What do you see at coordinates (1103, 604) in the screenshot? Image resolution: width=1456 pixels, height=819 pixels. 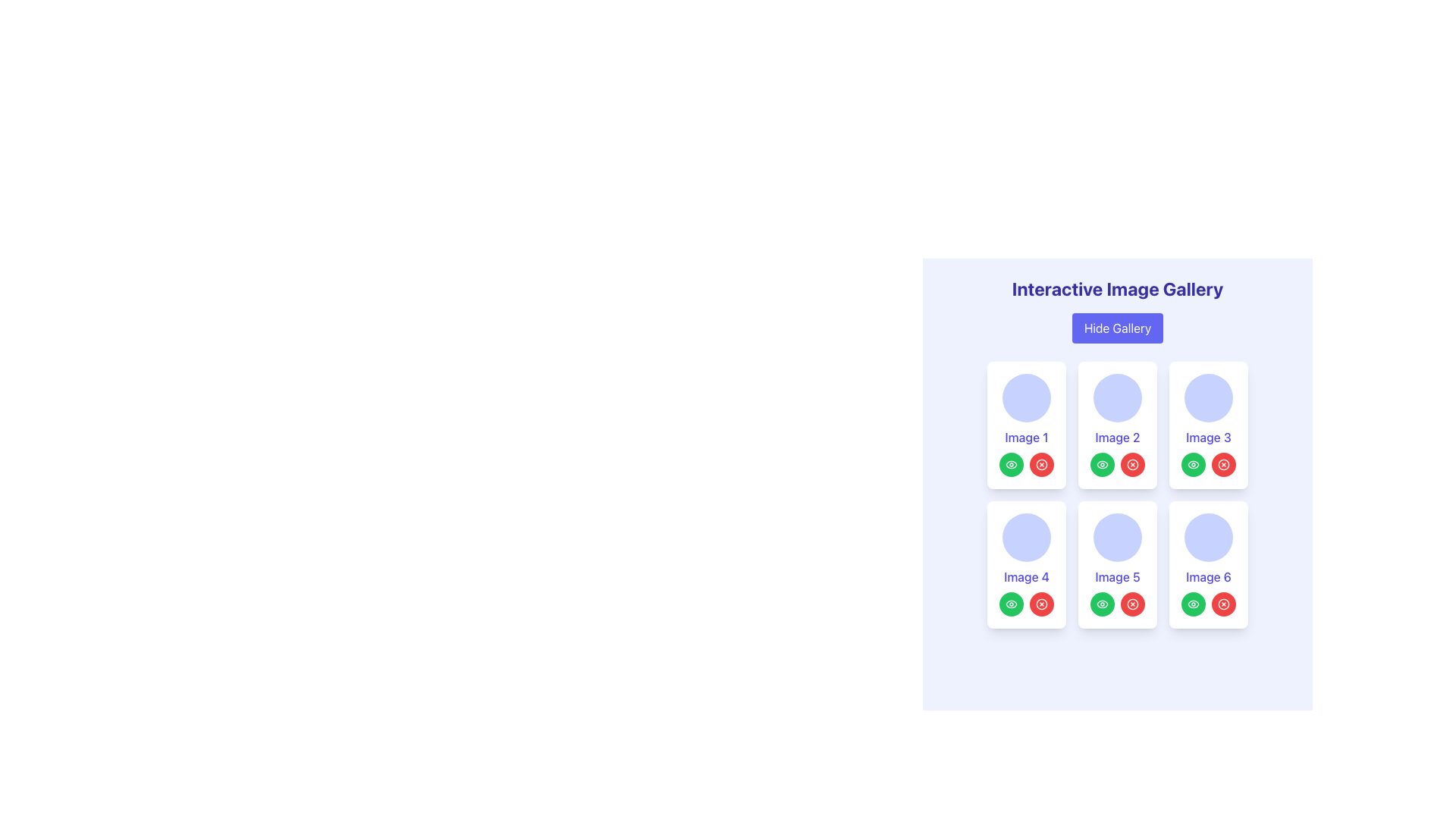 I see `the eye icon button with a green background located in the control section of the card for 'Image 5' in the 'Interactive Image Gallery'` at bounding box center [1103, 604].